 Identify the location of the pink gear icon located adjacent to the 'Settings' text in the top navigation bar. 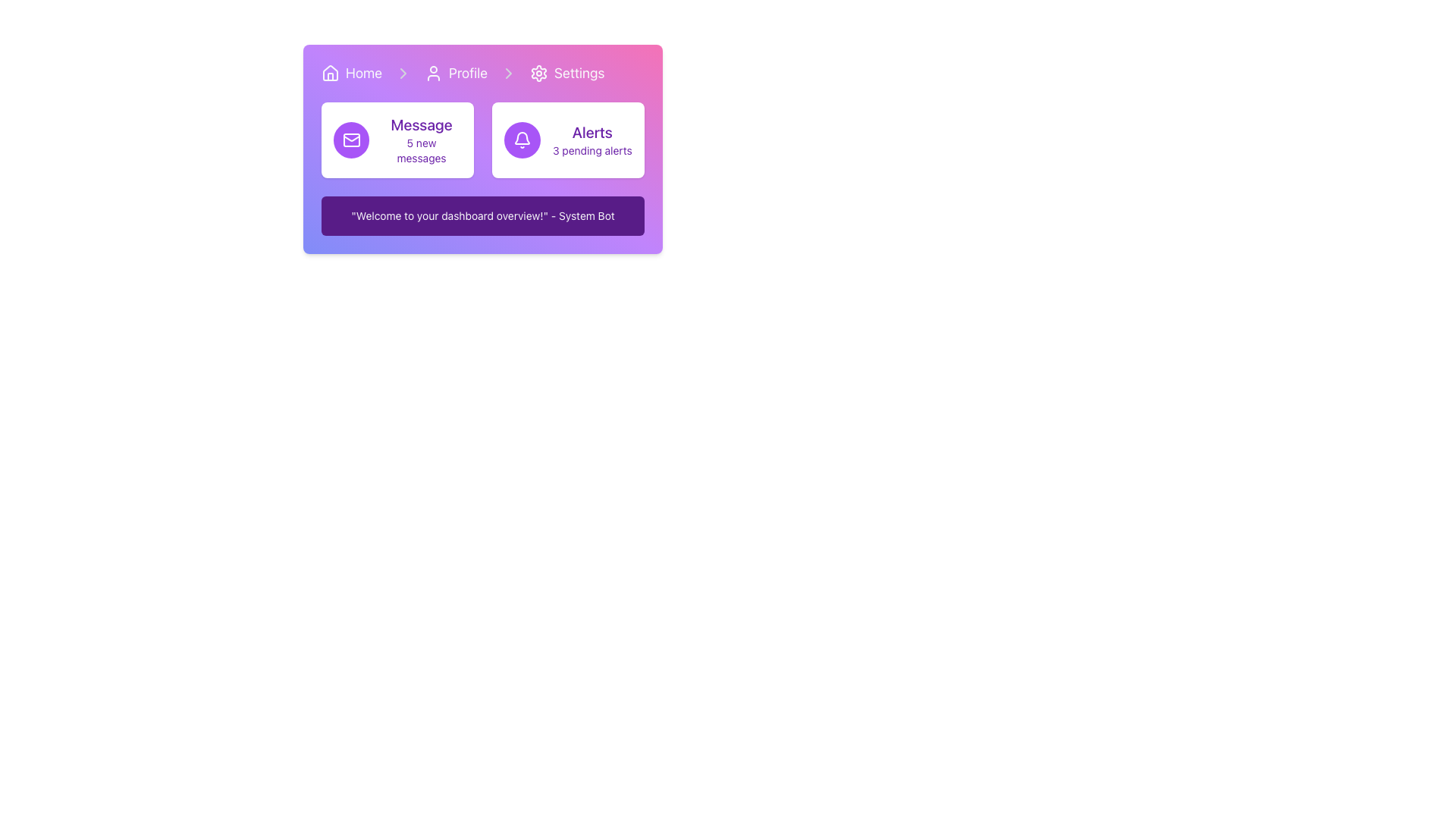
(538, 73).